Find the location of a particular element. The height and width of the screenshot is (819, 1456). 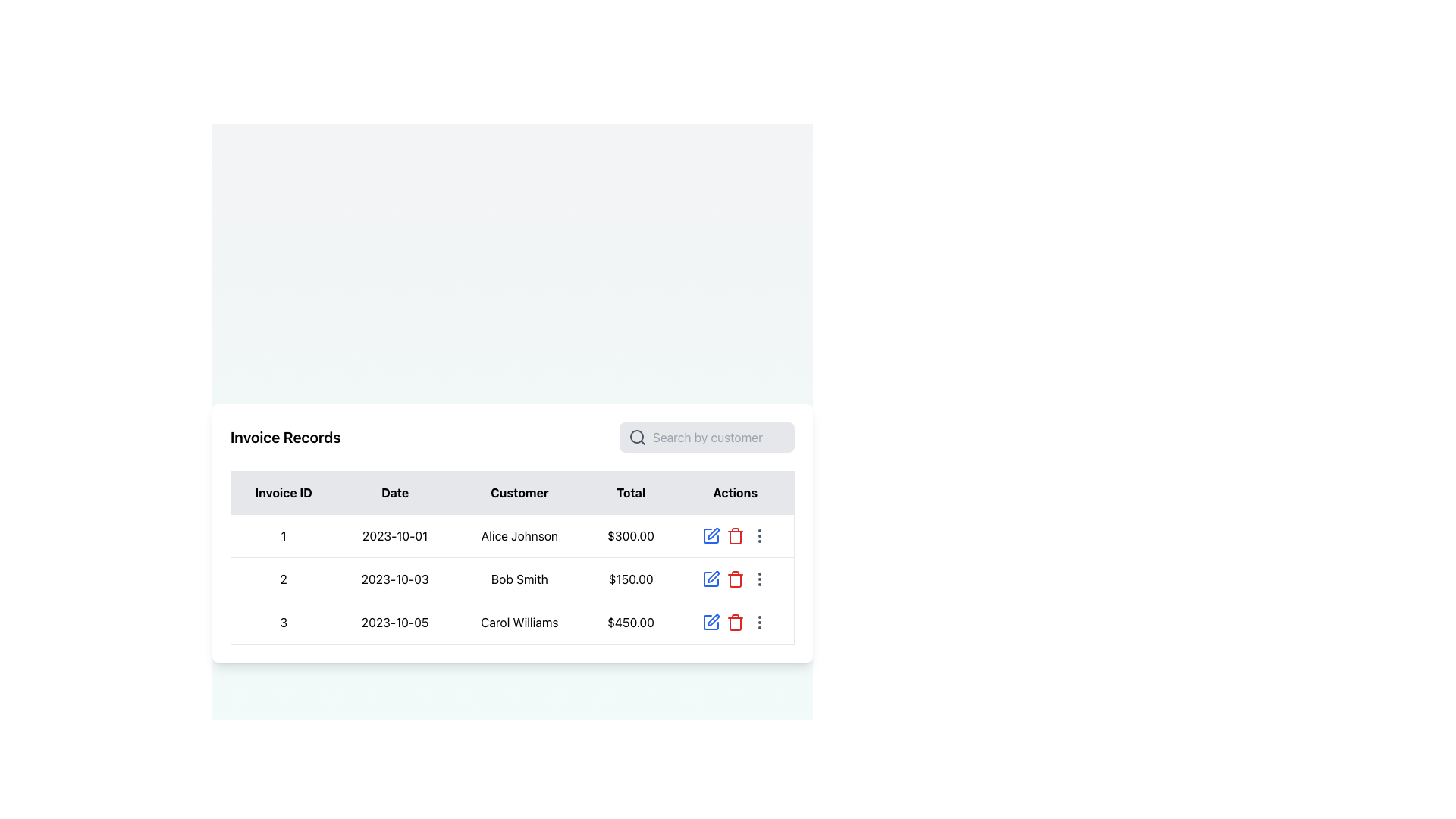

data presented in the first row of the 'Invoice Records' table, which includes the invoice ID '1', date '2023-10-01', customer name 'Alice Johnson', and amount '$300.00' is located at coordinates (513, 535).